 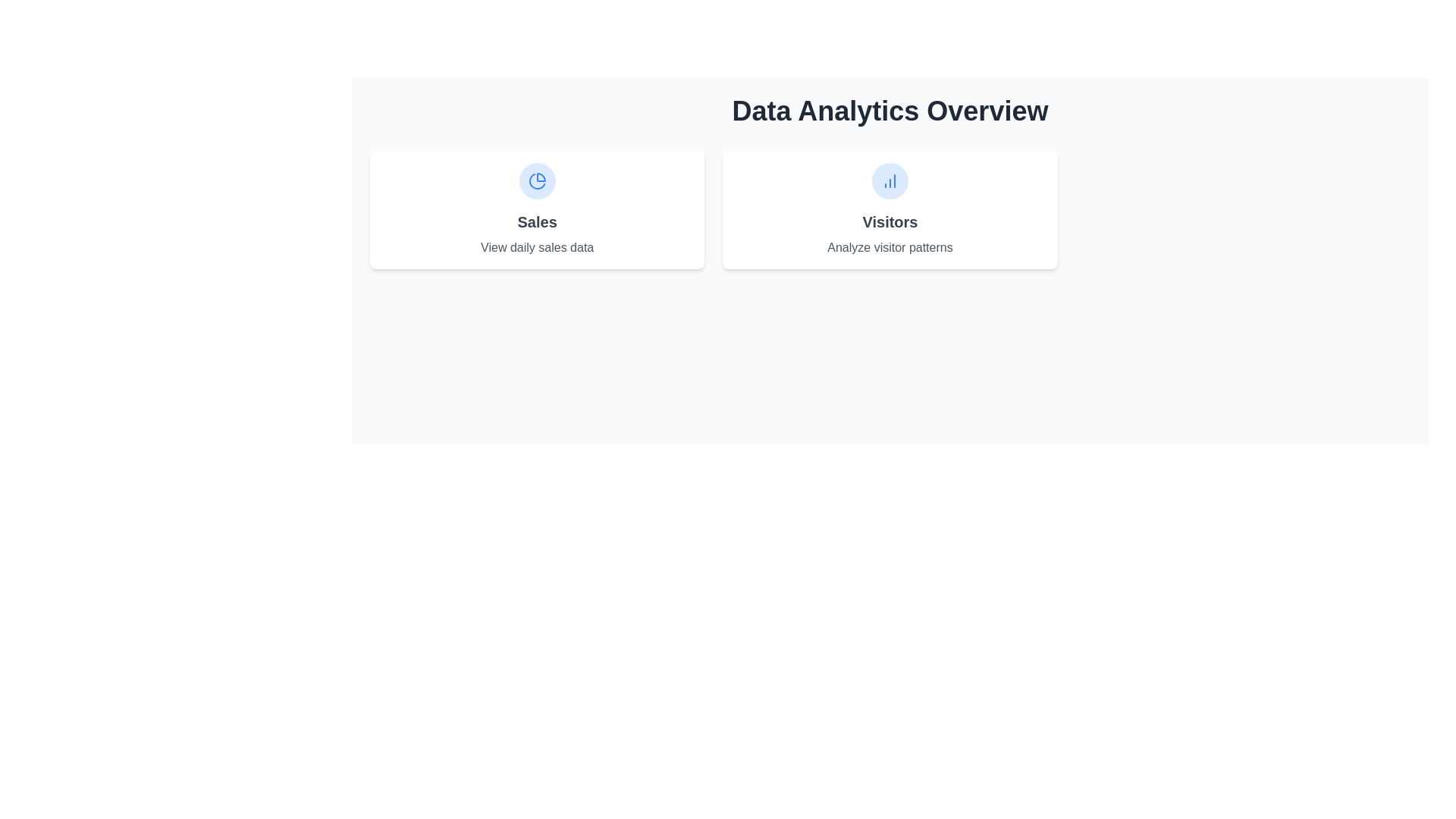 What do you see at coordinates (890, 210) in the screenshot?
I see `the second informational card from the left in the row, which provides an overview for analyzing visitor patterns` at bounding box center [890, 210].